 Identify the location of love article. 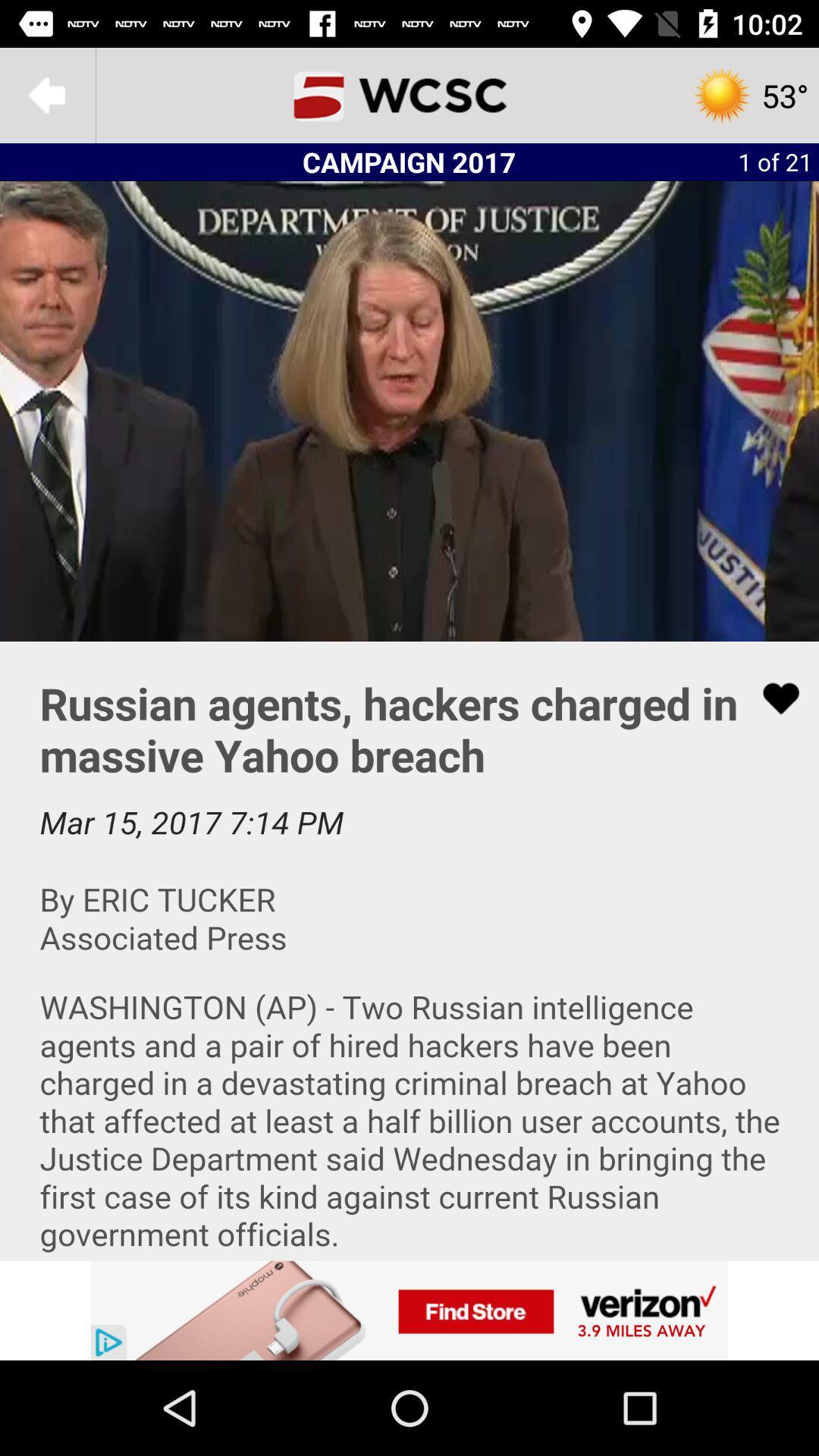
(771, 698).